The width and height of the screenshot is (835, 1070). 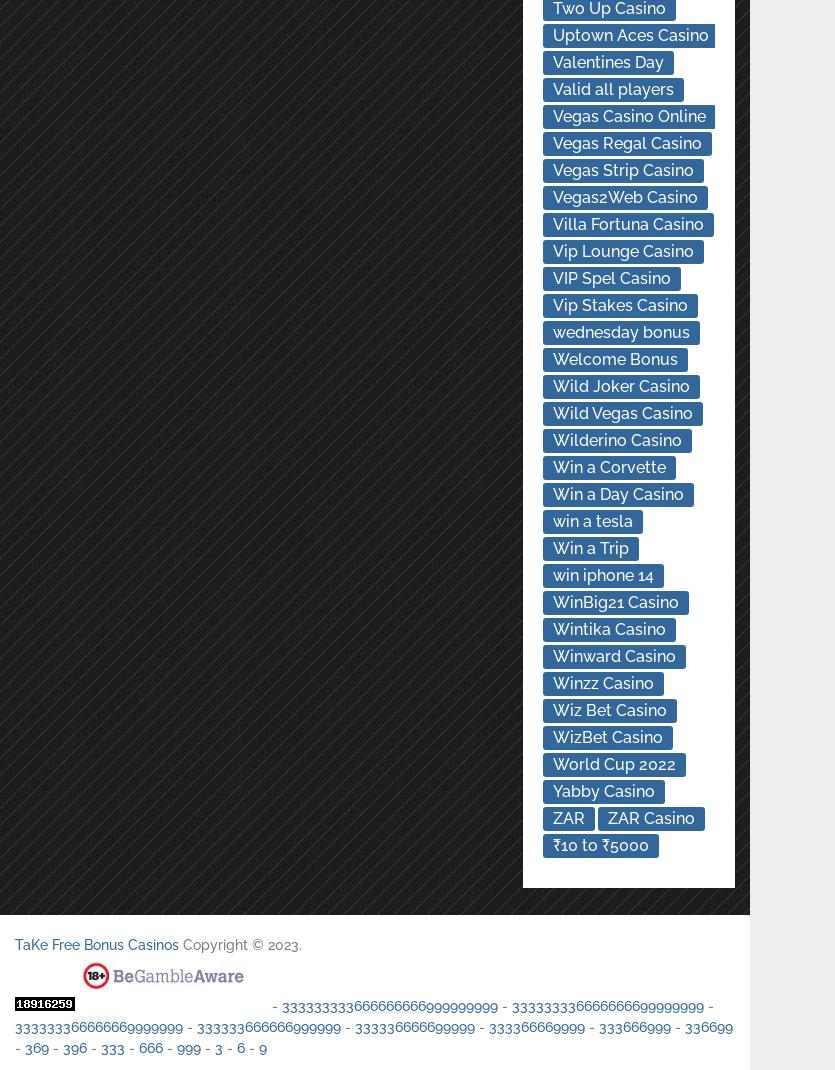 I want to click on '3', so click(x=215, y=1047).